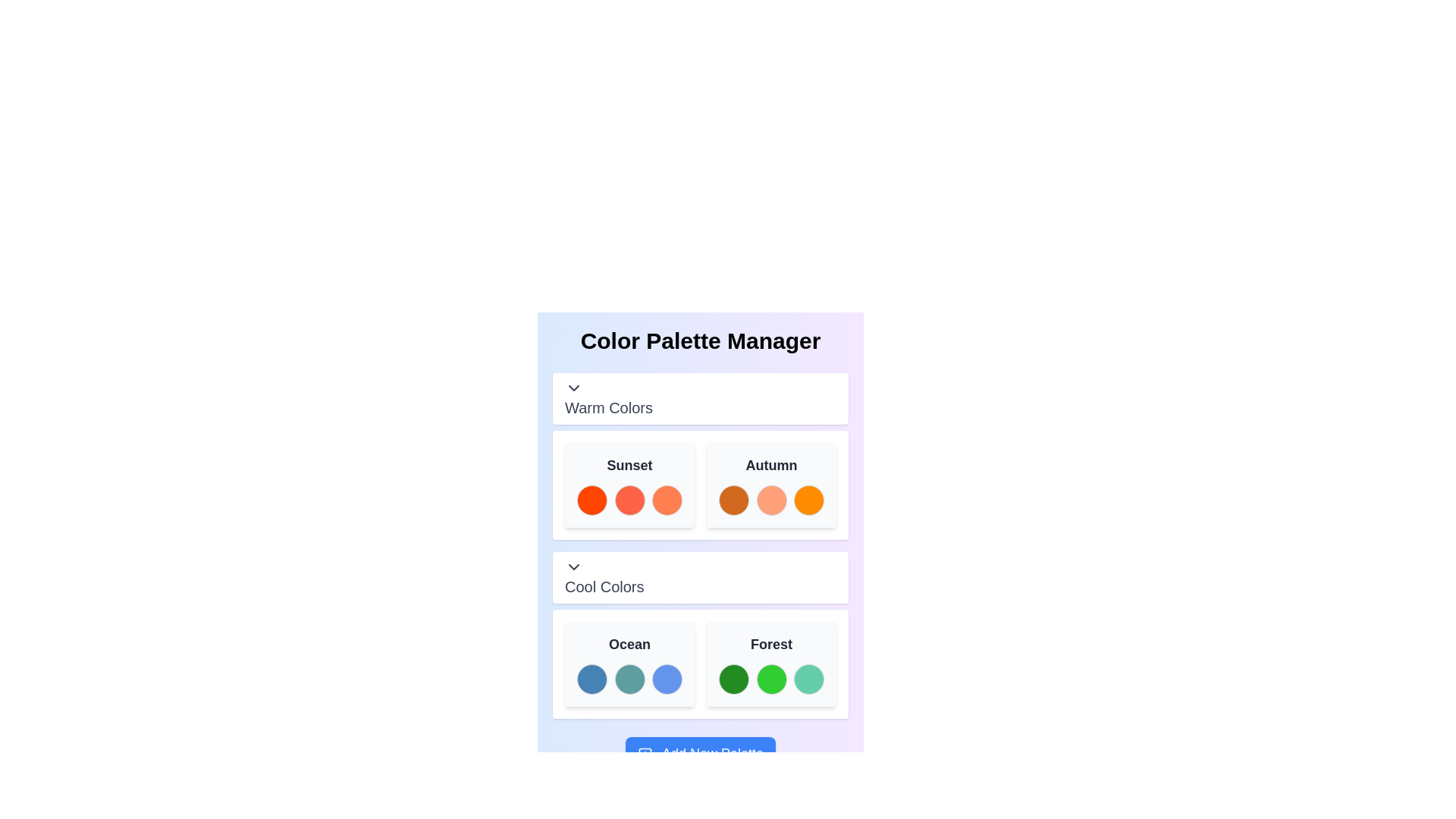 This screenshot has height=819, width=1456. What do you see at coordinates (629, 500) in the screenshot?
I see `the second circular color sample in the 'Sunset' category, which is a soft coral color with a light gray border, positioned centrally among three similar circles` at bounding box center [629, 500].